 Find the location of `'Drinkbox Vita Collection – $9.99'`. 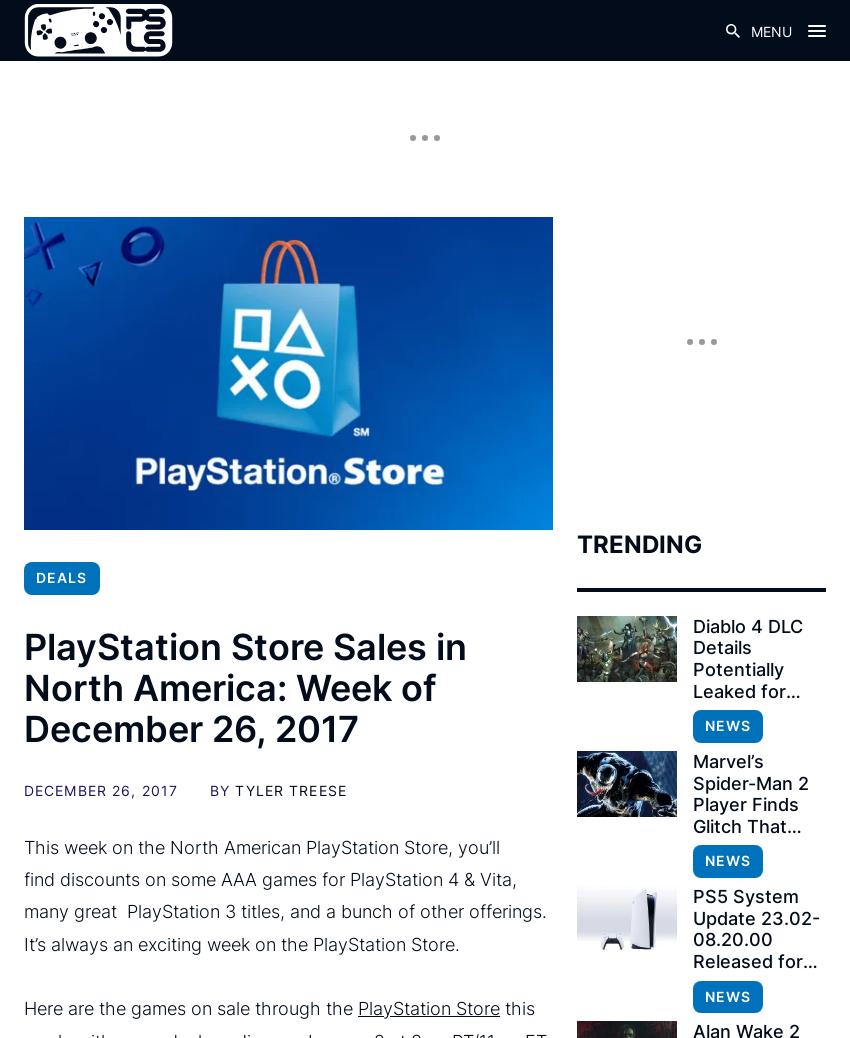

'Drinkbox Vita Collection – $9.99' is located at coordinates (236, 492).